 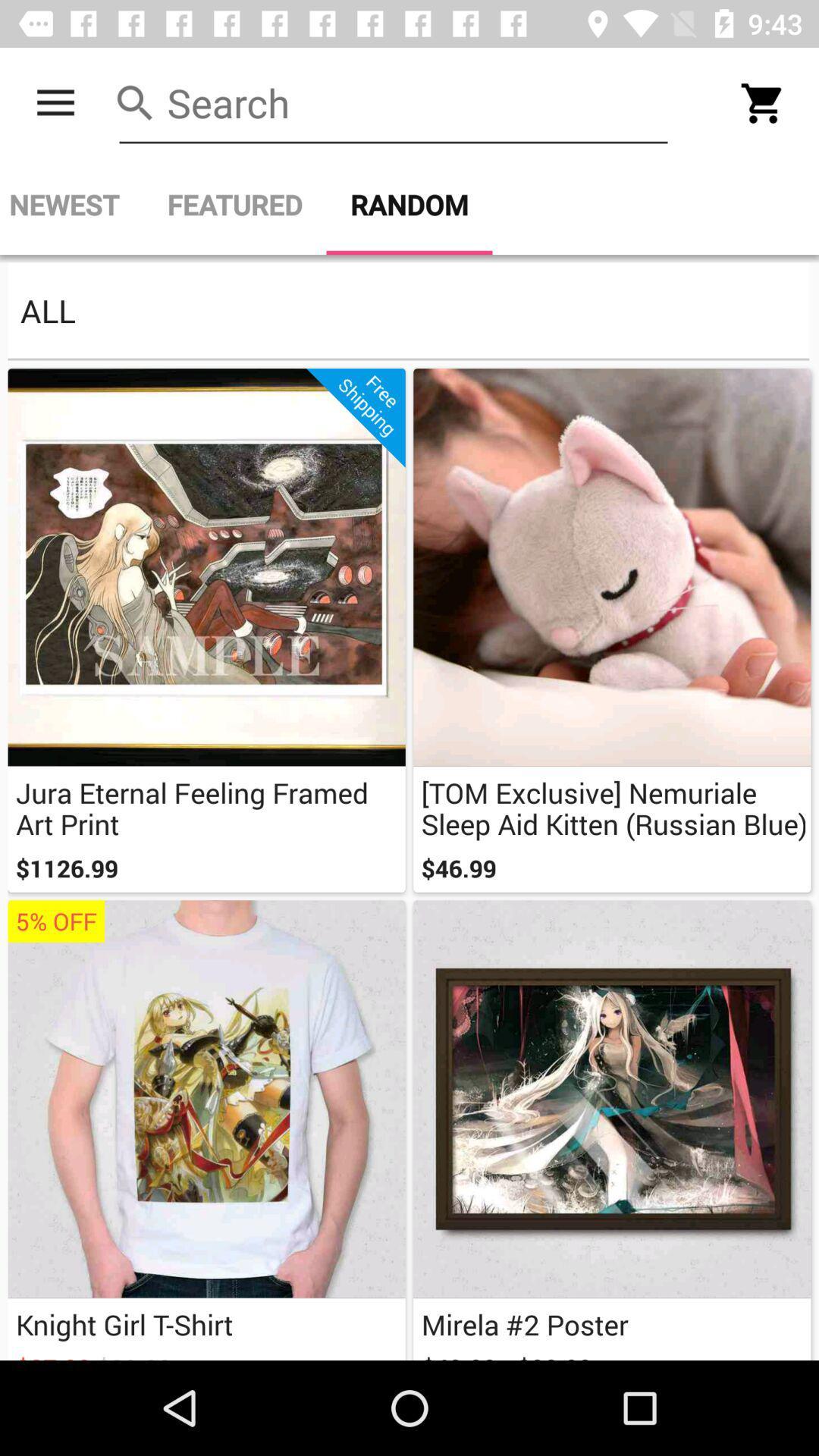 I want to click on the item next to random icon, so click(x=234, y=204).